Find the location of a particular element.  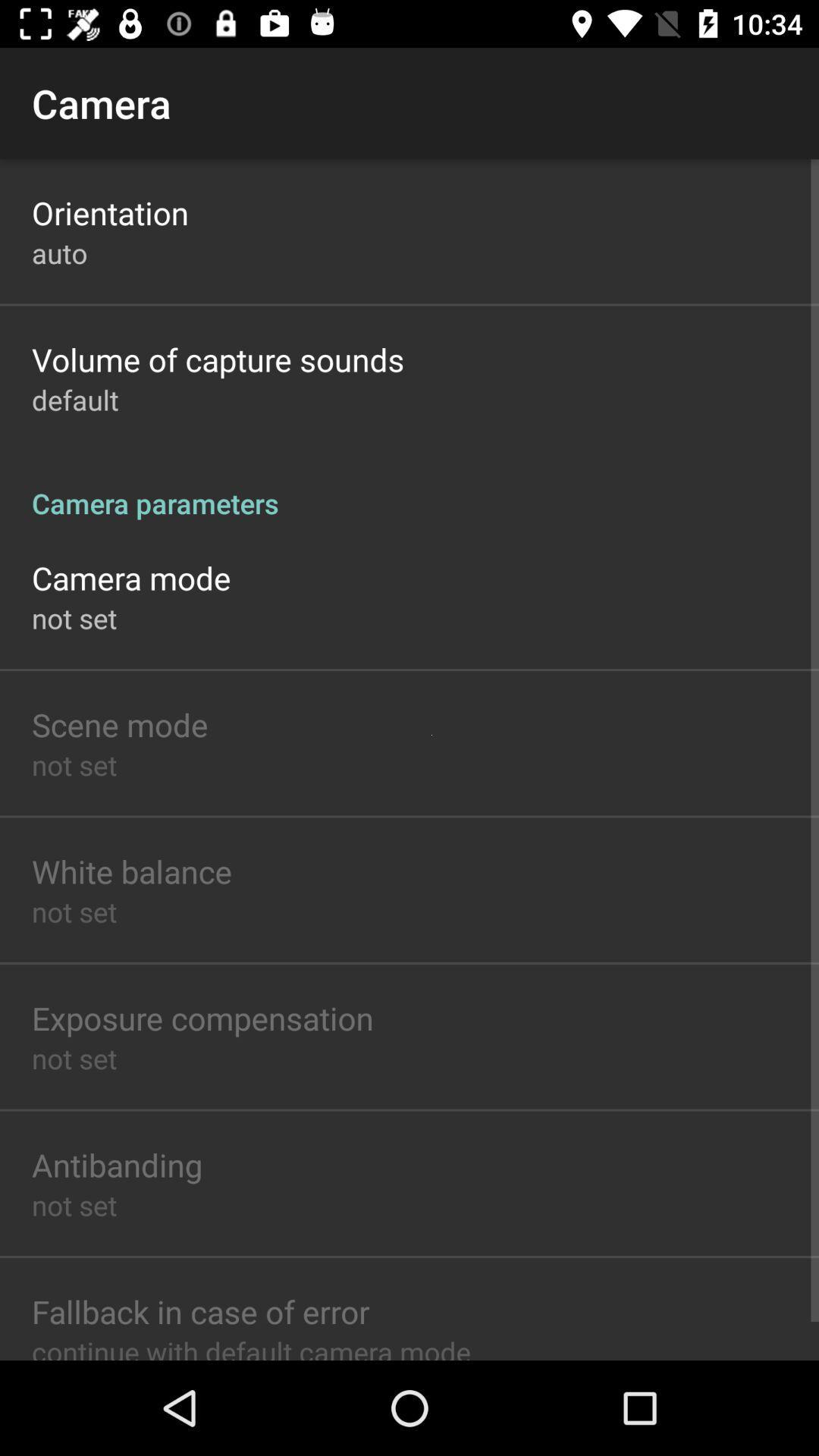

app above the default item is located at coordinates (218, 359).